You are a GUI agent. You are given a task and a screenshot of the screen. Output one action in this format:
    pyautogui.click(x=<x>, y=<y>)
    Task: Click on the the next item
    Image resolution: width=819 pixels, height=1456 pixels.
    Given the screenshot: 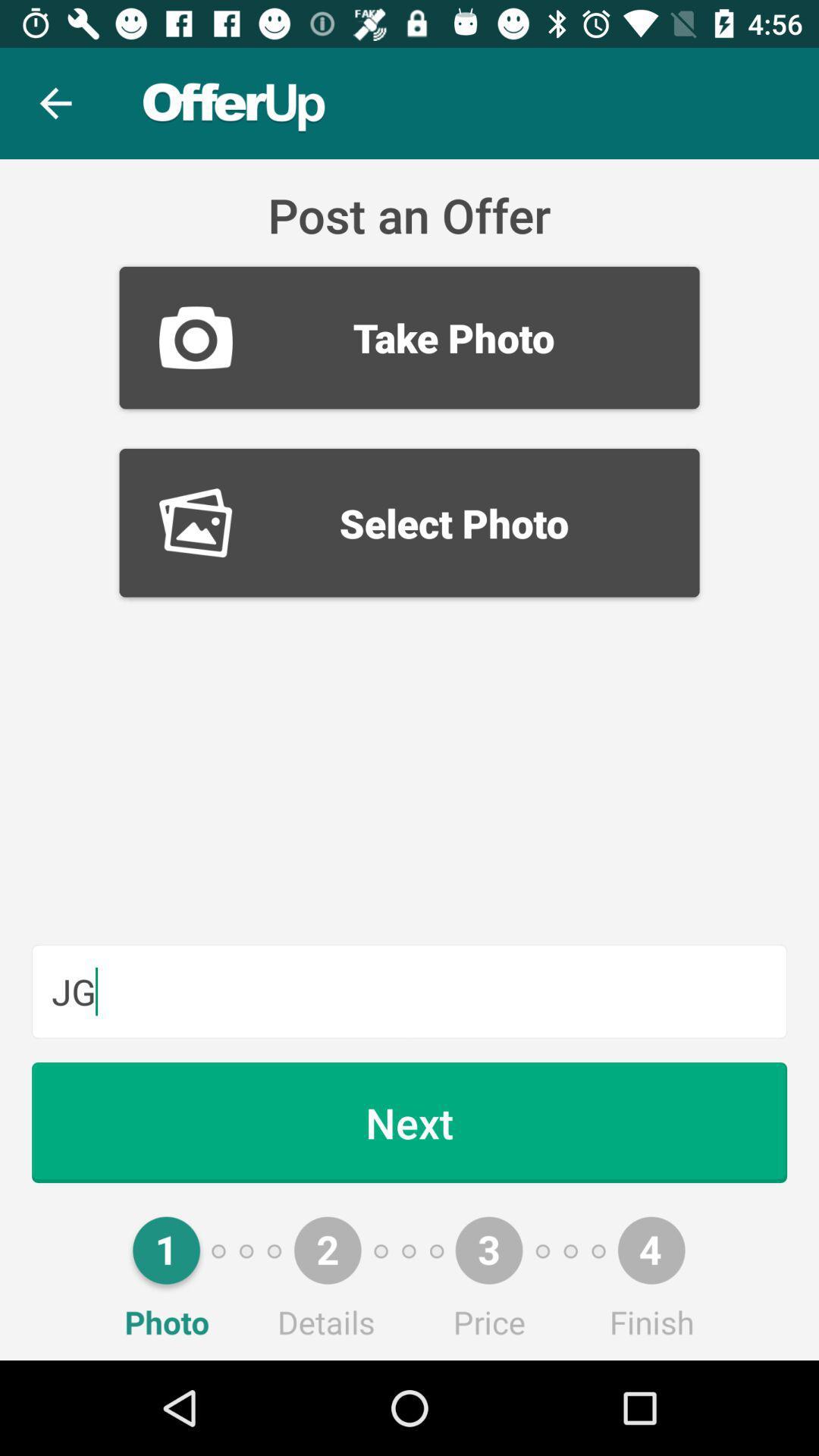 What is the action you would take?
    pyautogui.click(x=409, y=1122)
    